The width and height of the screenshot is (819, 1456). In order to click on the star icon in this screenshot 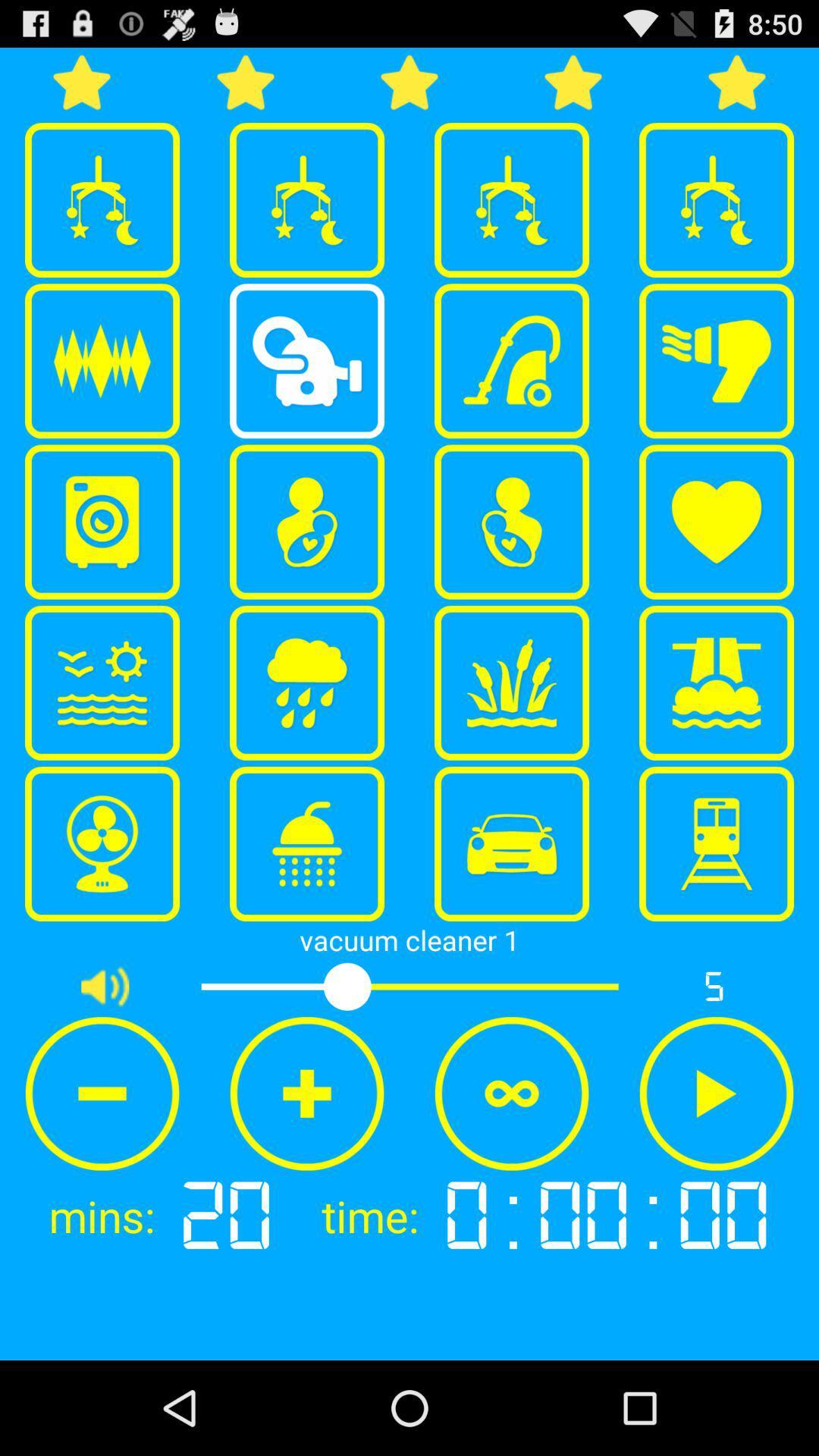, I will do `click(736, 87)`.